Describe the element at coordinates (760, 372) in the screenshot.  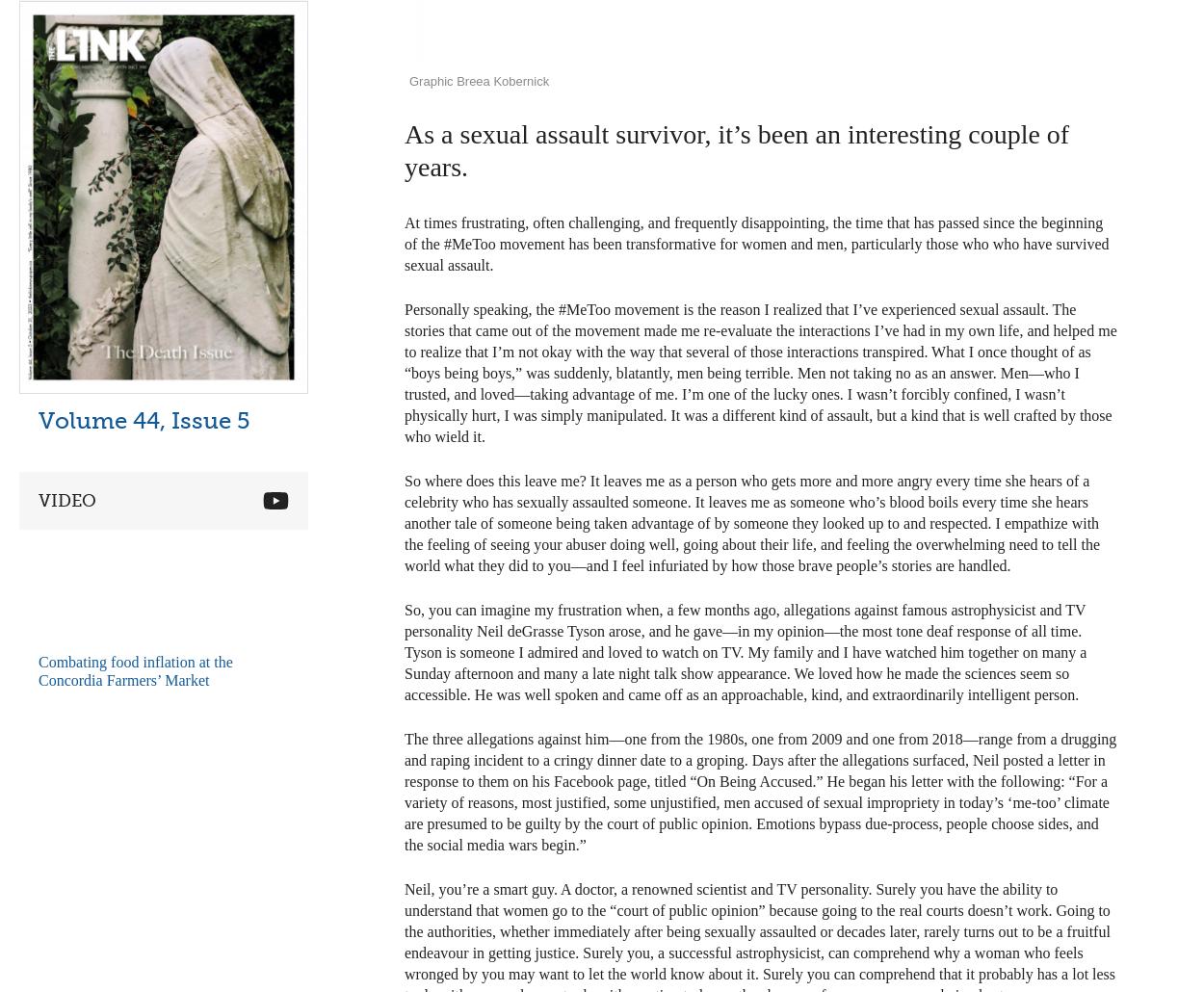
I see `'Personally speaking, the #MeToo movement is the reason I realized that I’ve experienced sexual assault. The stories that came out of the movement made me re-evaluate the interactions I’ve had in my own life, and helped me to realize that I’m not okay with the way that several of those interactions transpired.  What I once thought of as “boys being boys,” was suddenly, blatantly, men being terrible.  Men not taking no as an answer.  Men—who I trusted, and loved—taking advantage of me. I’m one of the lucky ones. I wasn’t forcibly confined, I wasn’t physically hurt, I was simply manipulated.  It was a different kind of assault, but a kind that is well crafted by those who wield it.'` at that location.